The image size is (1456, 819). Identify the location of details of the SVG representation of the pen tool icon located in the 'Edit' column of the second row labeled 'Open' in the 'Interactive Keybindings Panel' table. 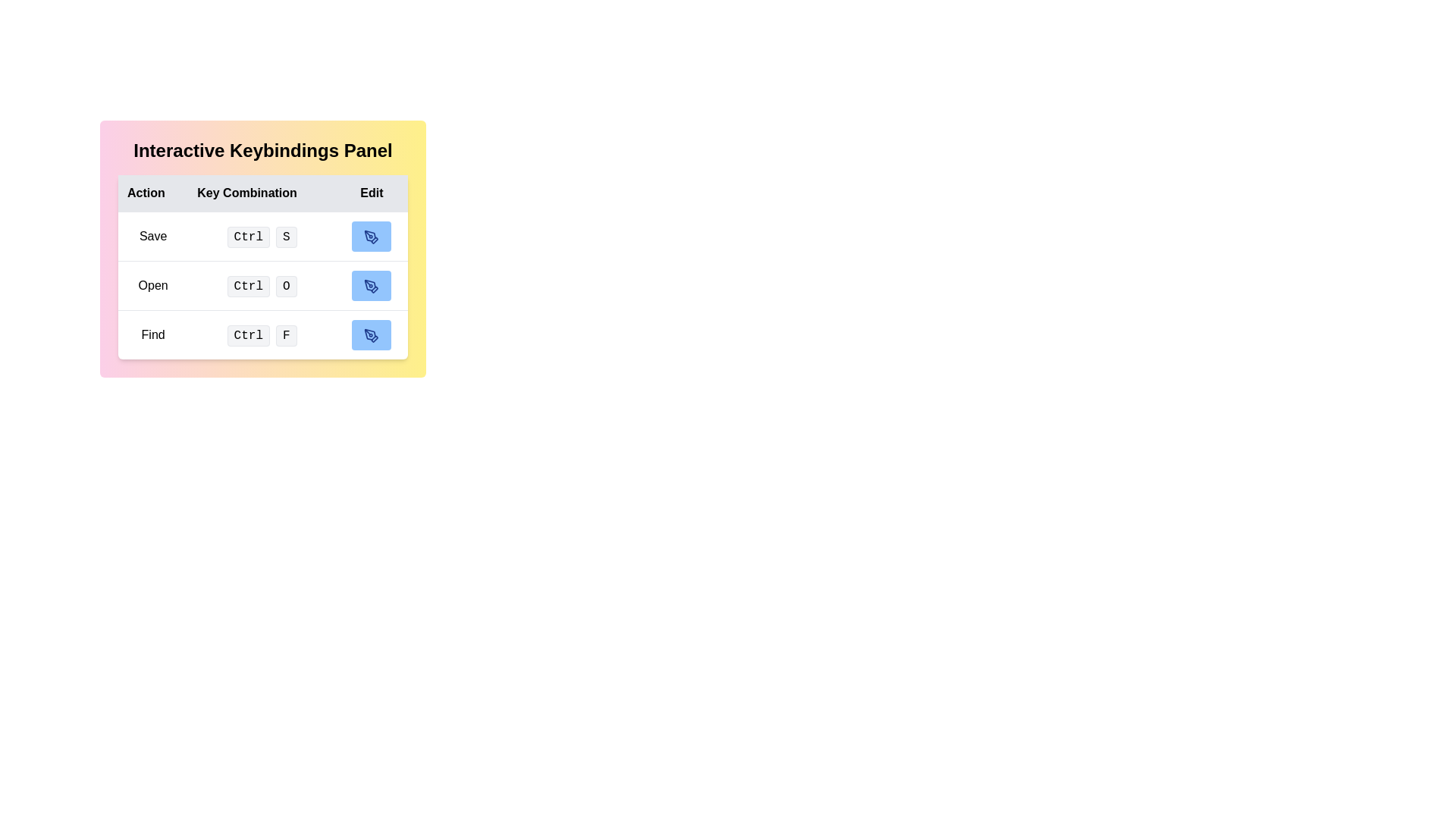
(370, 285).